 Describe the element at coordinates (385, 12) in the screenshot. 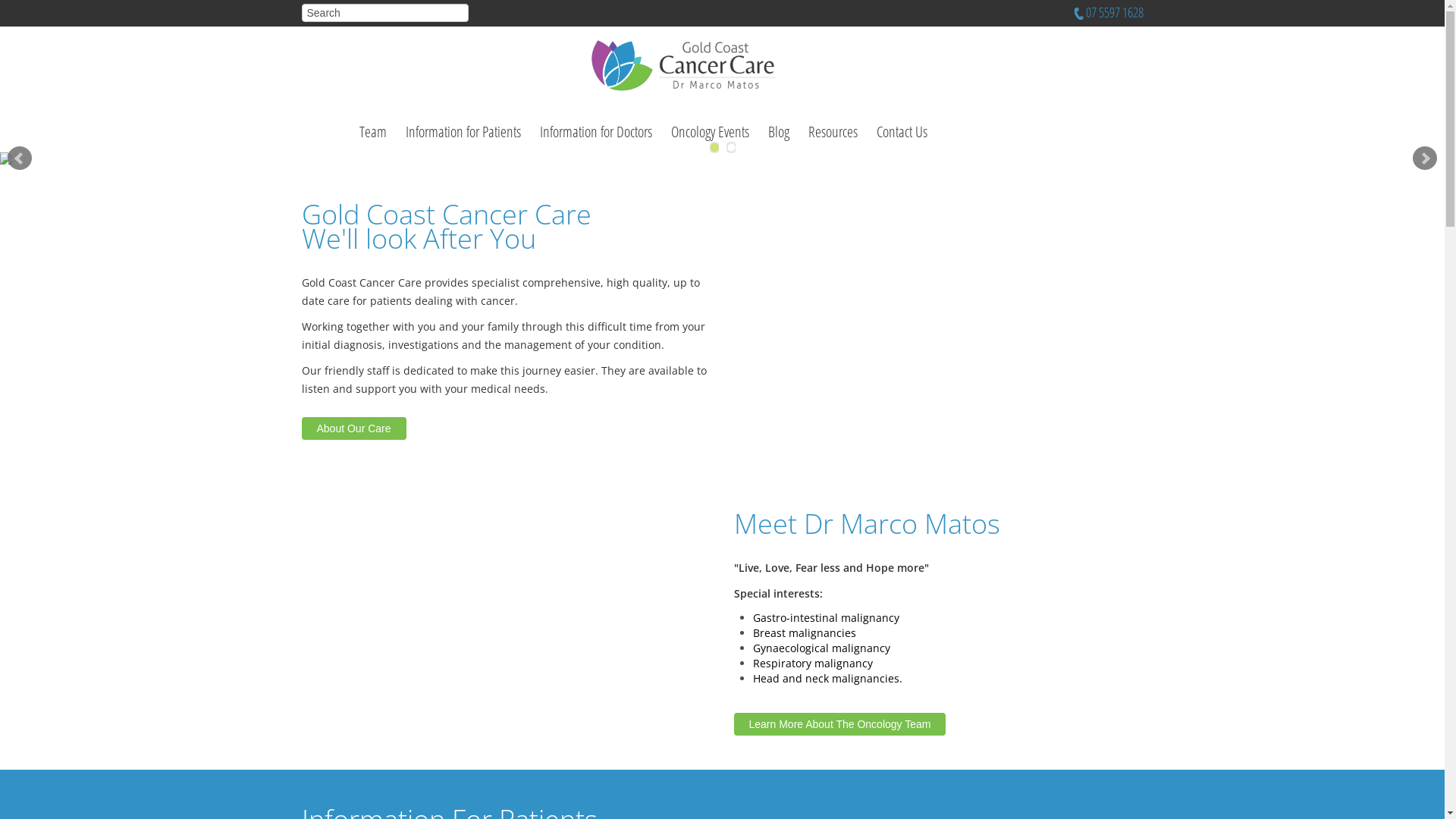

I see `'Search'` at that location.